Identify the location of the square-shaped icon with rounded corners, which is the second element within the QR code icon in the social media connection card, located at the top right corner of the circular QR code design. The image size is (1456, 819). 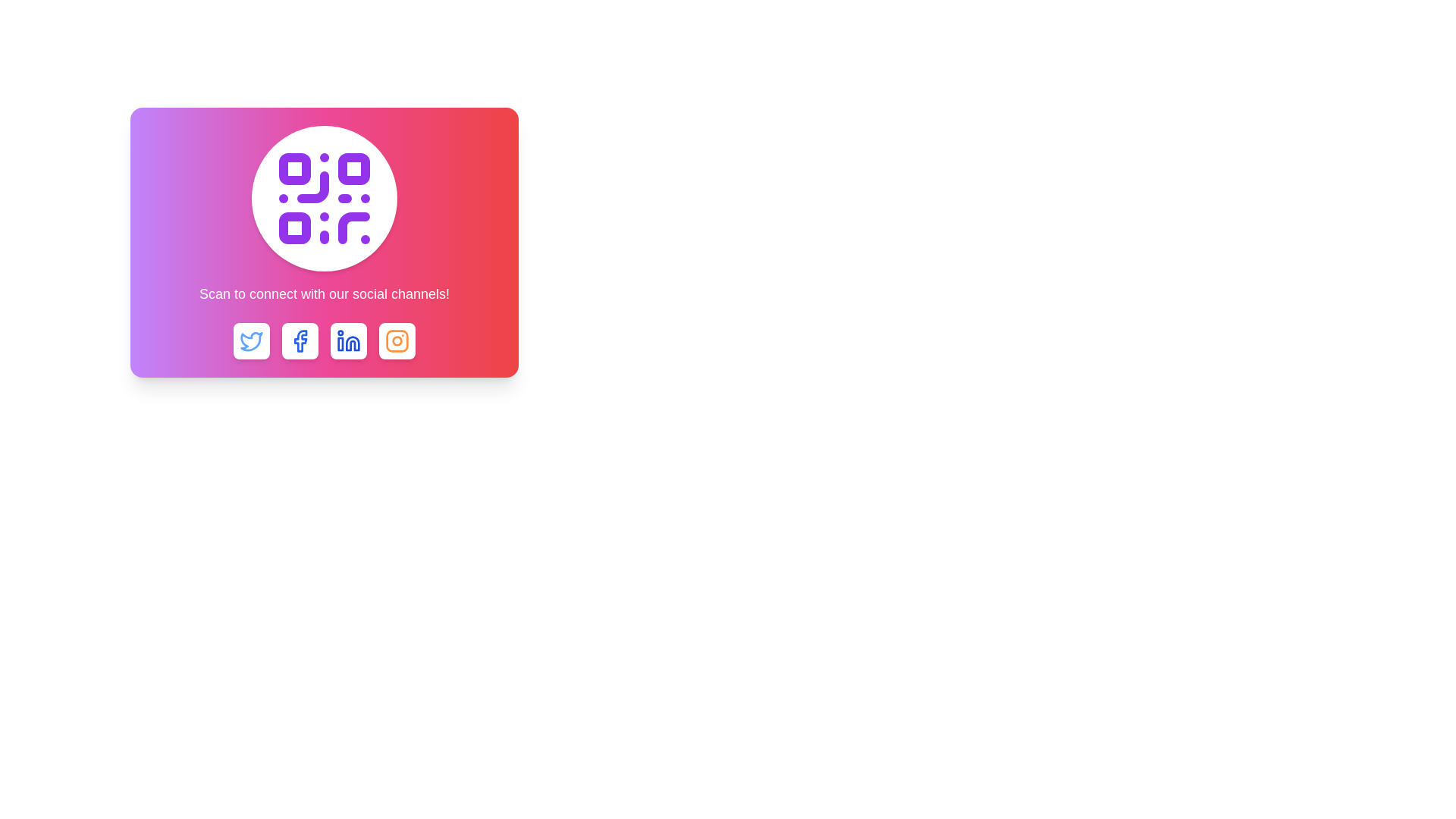
(353, 169).